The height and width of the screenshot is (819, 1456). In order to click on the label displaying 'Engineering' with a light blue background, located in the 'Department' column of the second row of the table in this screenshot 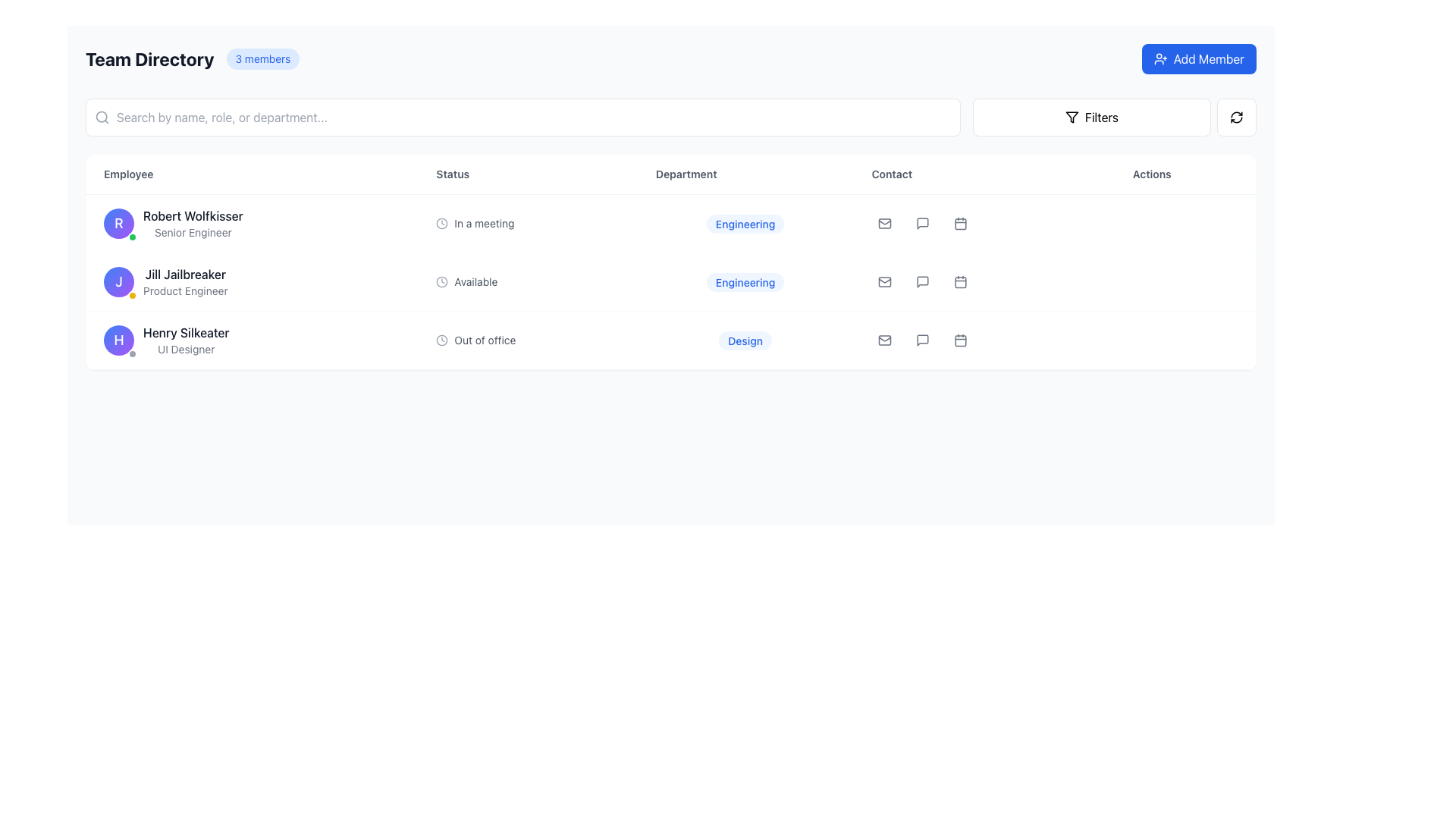, I will do `click(745, 282)`.